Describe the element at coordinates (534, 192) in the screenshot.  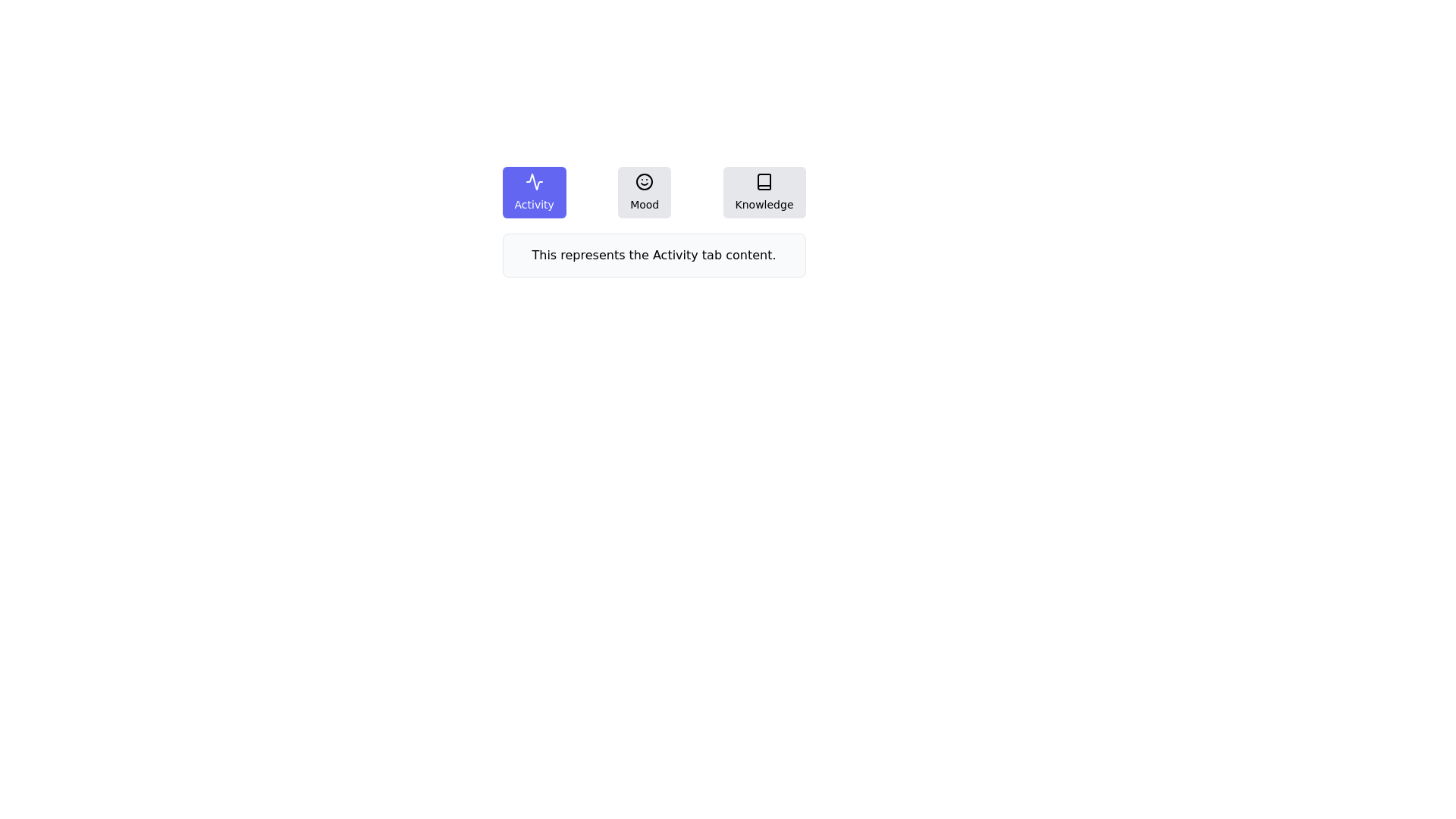
I see `the button on the leftmost side of the row` at that location.